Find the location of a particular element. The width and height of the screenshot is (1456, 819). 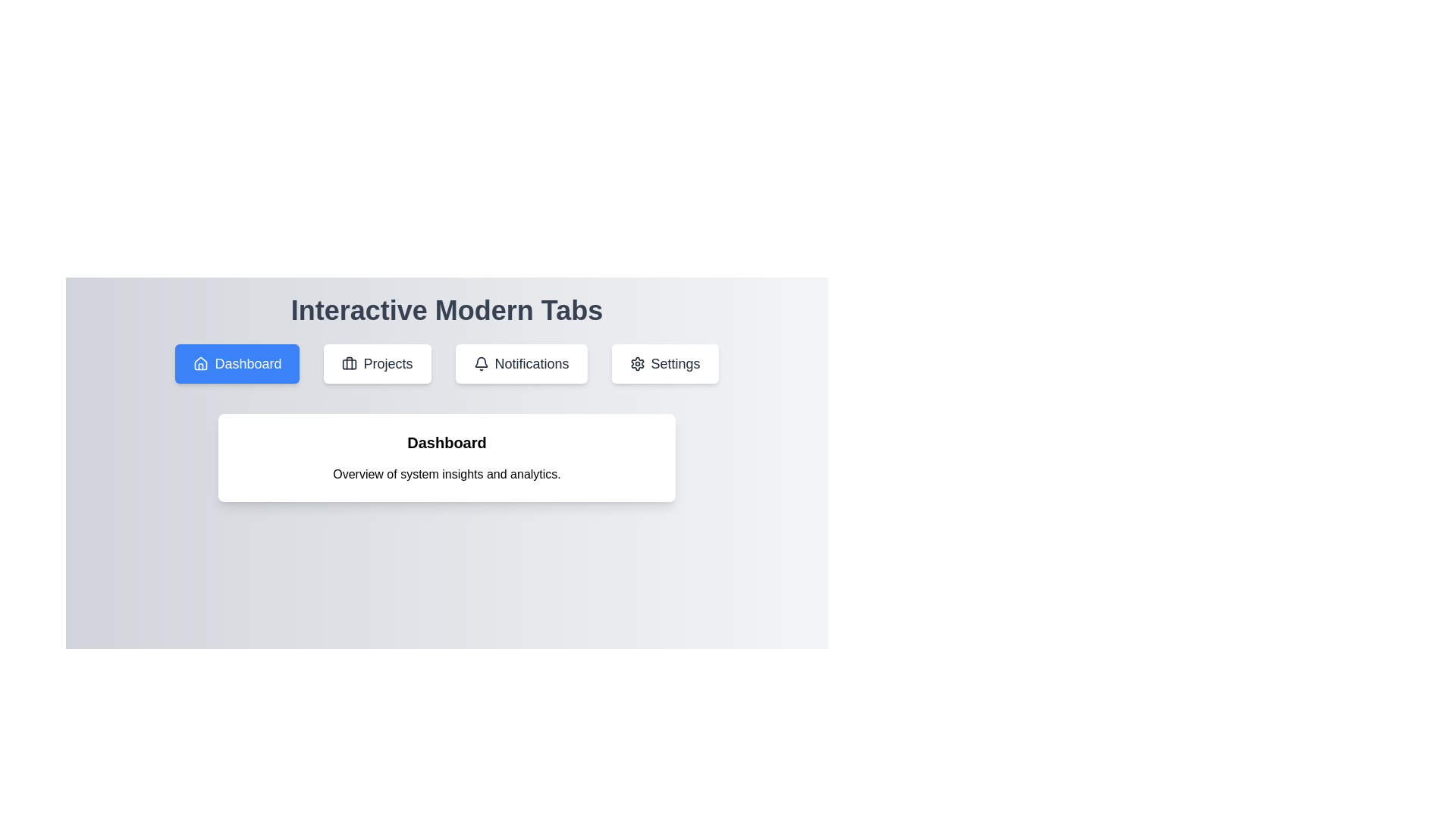

the 'Settings' text label within the navigation button is located at coordinates (675, 363).